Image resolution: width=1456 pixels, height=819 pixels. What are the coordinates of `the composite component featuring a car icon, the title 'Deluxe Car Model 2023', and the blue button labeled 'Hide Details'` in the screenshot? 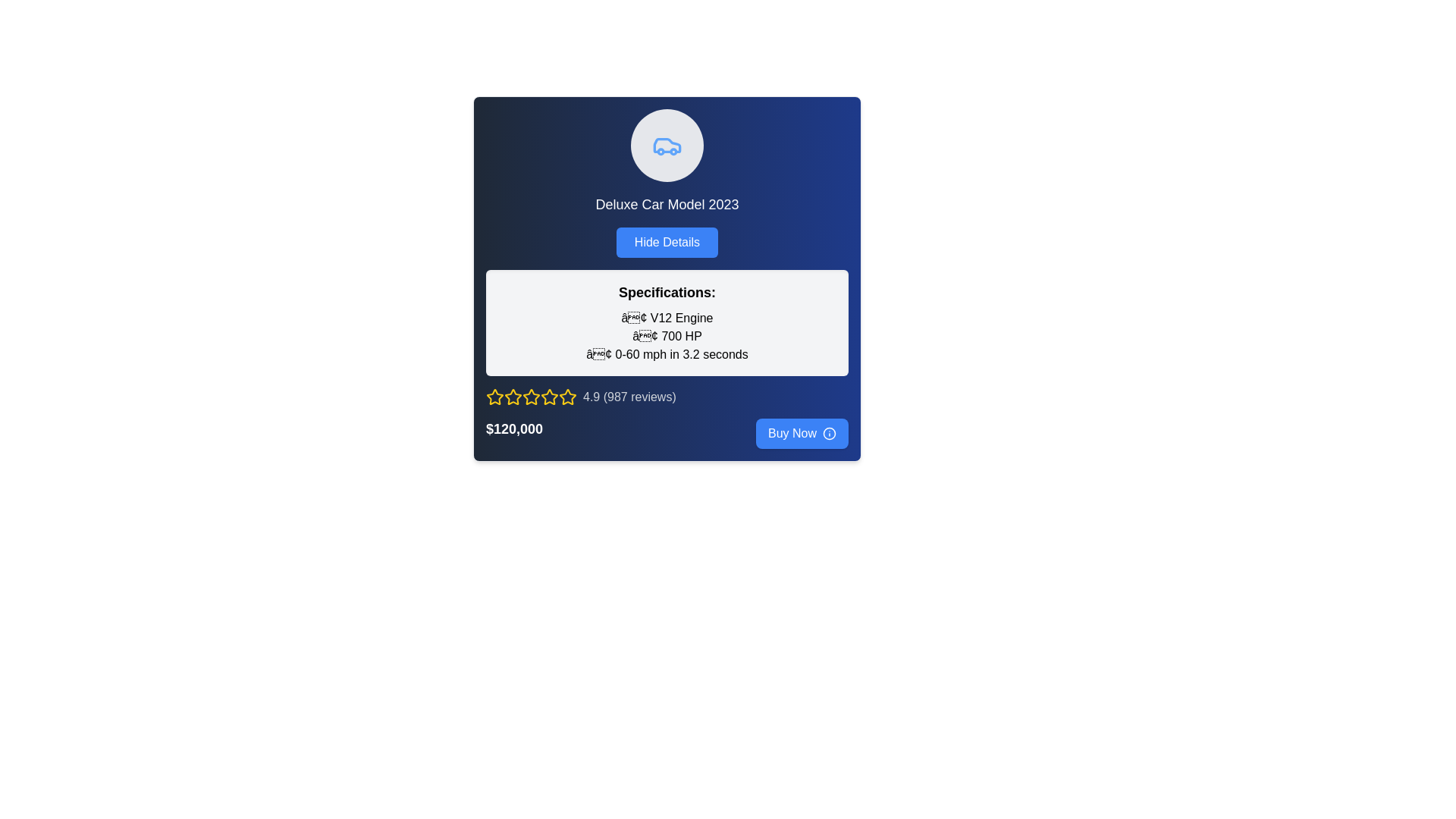 It's located at (667, 183).